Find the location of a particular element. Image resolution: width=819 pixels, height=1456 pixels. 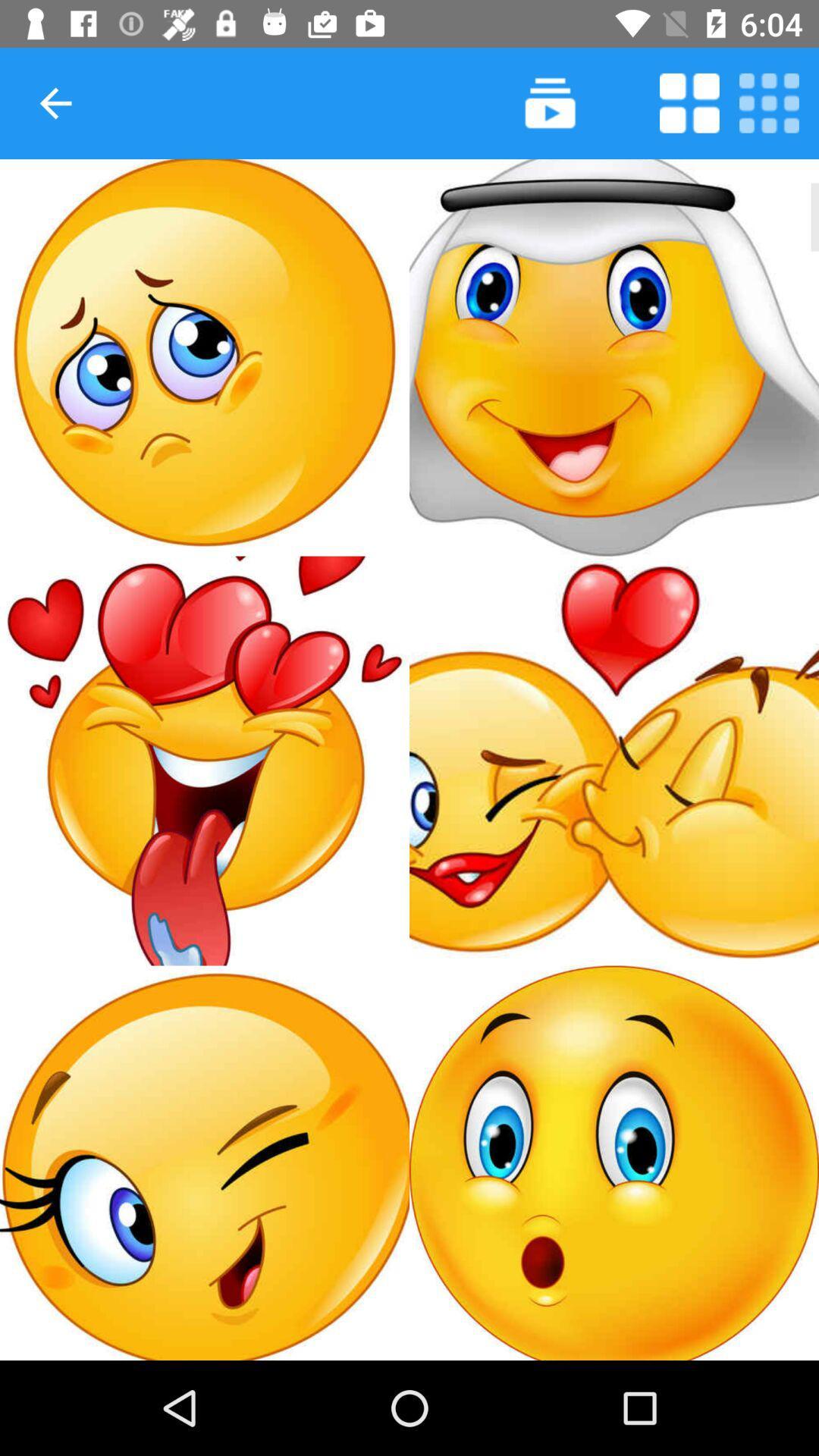

choose small sticker display option is located at coordinates (769, 102).